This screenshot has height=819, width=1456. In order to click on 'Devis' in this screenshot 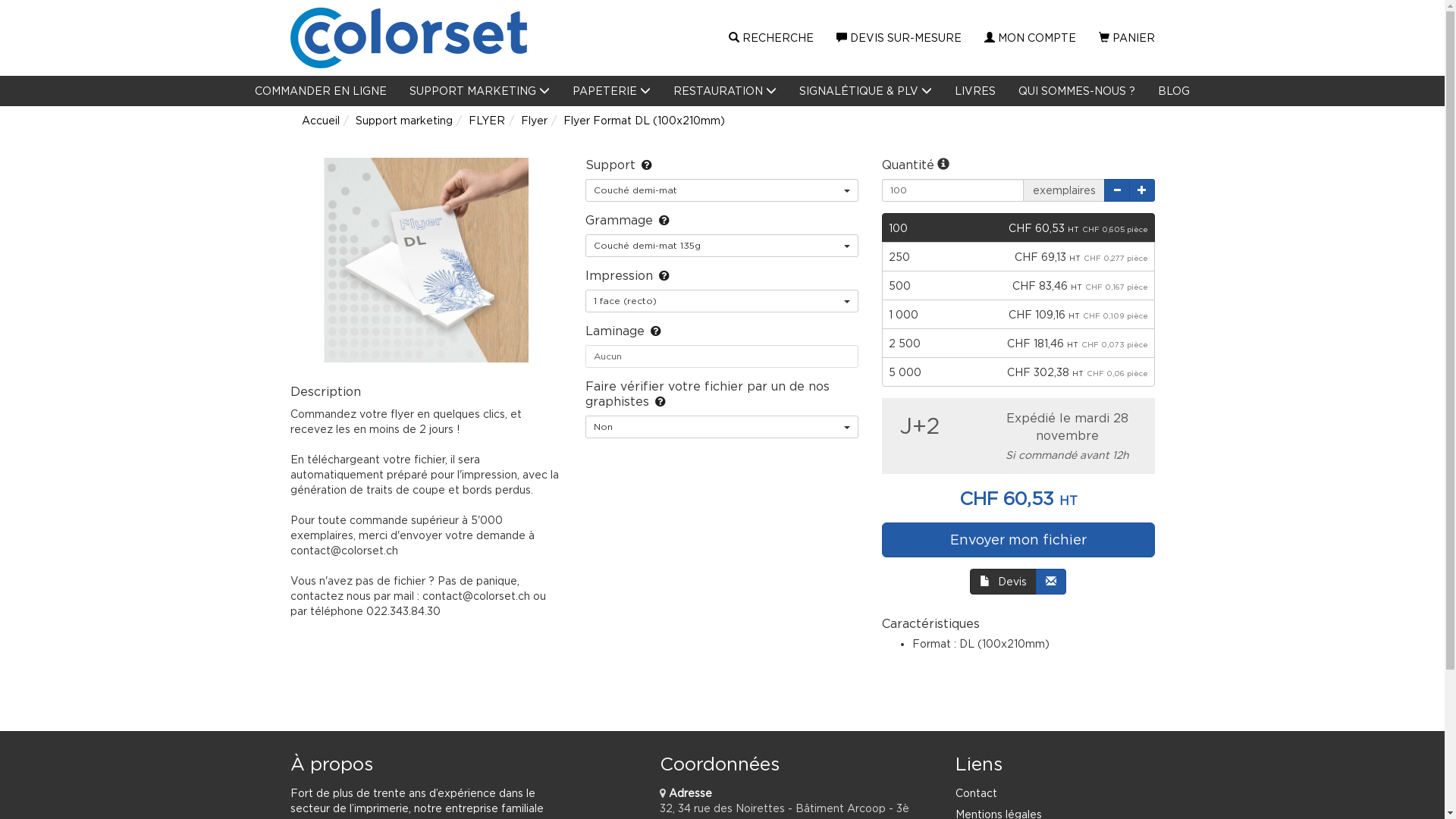, I will do `click(1003, 581)`.